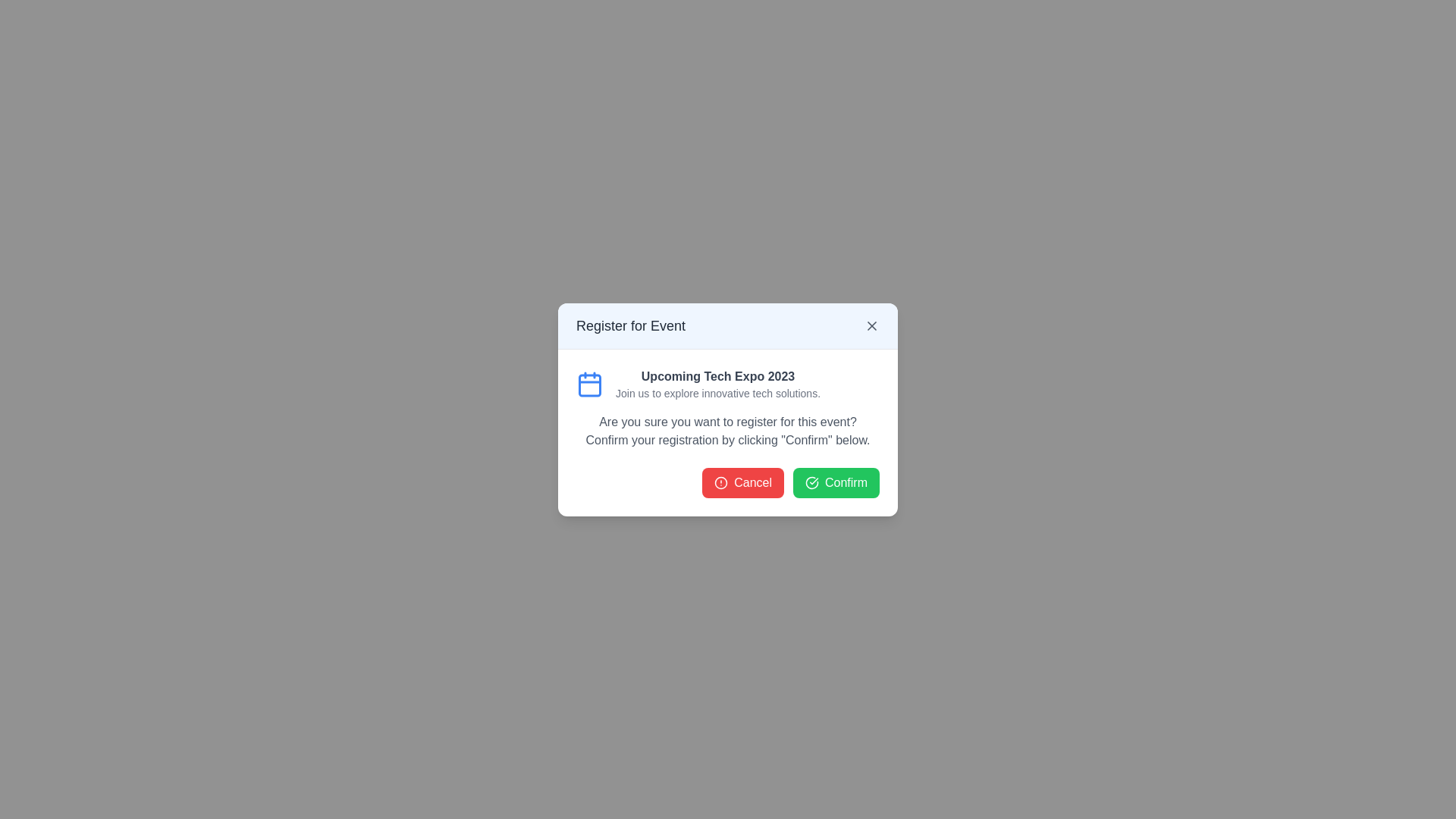 This screenshot has height=819, width=1456. What do you see at coordinates (588, 383) in the screenshot?
I see `the calendar event icon located at the top-left corner of the dialog box, to the left of the text 'Upcoming Tech Expo 2023'` at bounding box center [588, 383].